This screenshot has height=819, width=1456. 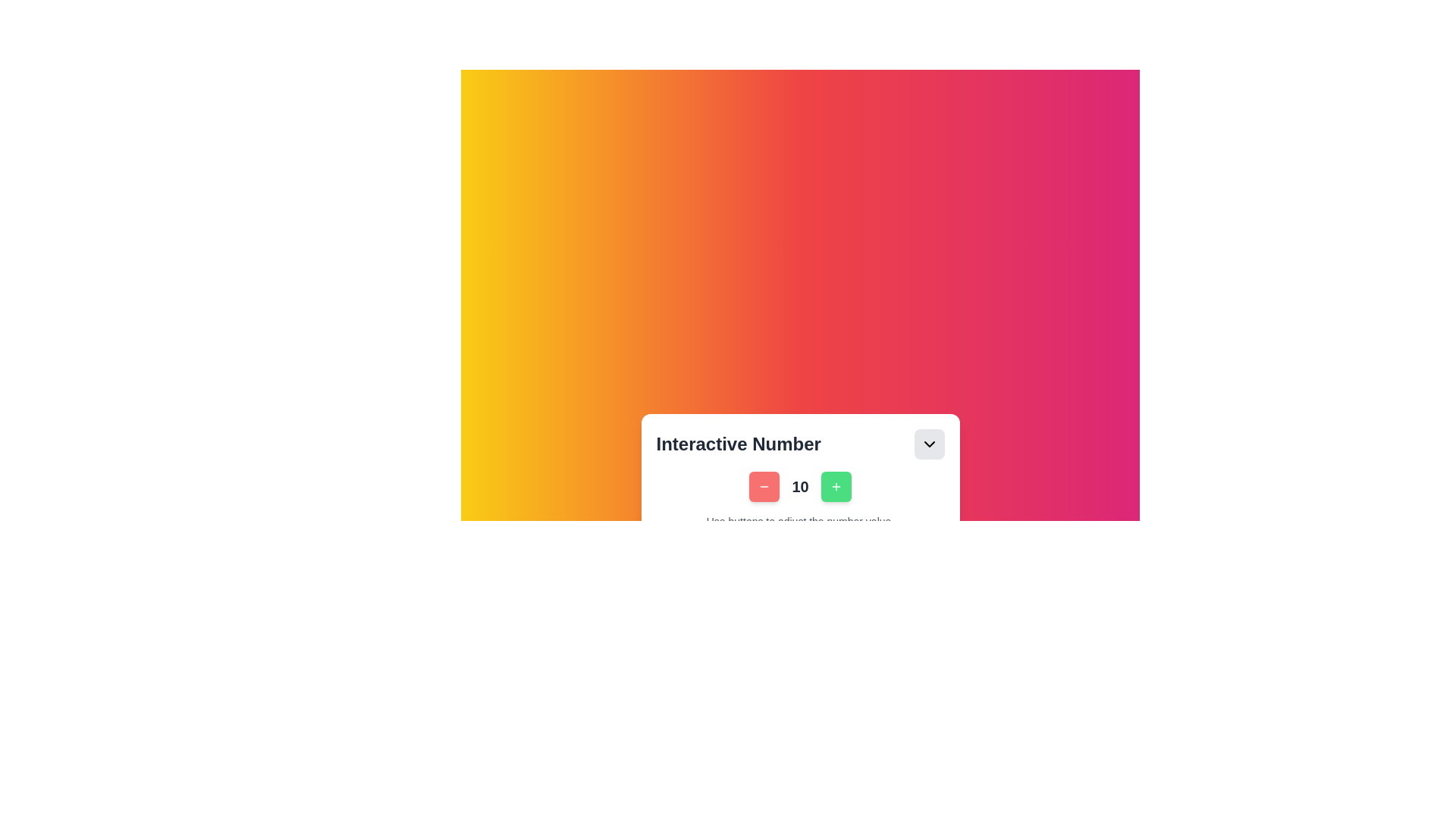 What do you see at coordinates (928, 444) in the screenshot?
I see `the chevron icon located in the top-right corner of the 'Interactive Number' card` at bounding box center [928, 444].